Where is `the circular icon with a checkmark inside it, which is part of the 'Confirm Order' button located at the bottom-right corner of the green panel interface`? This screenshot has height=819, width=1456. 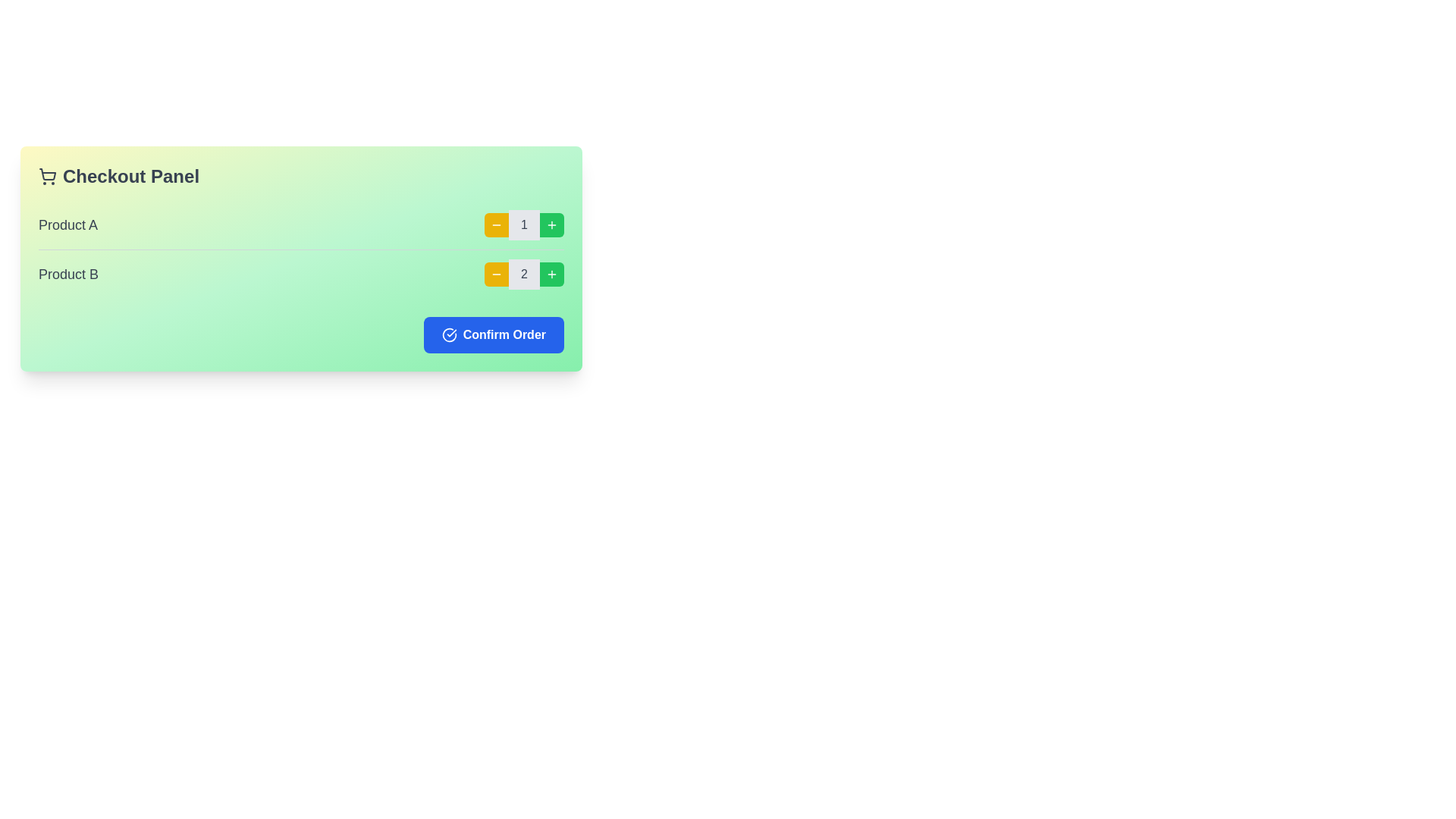
the circular icon with a checkmark inside it, which is part of the 'Confirm Order' button located at the bottom-right corner of the green panel interface is located at coordinates (448, 334).